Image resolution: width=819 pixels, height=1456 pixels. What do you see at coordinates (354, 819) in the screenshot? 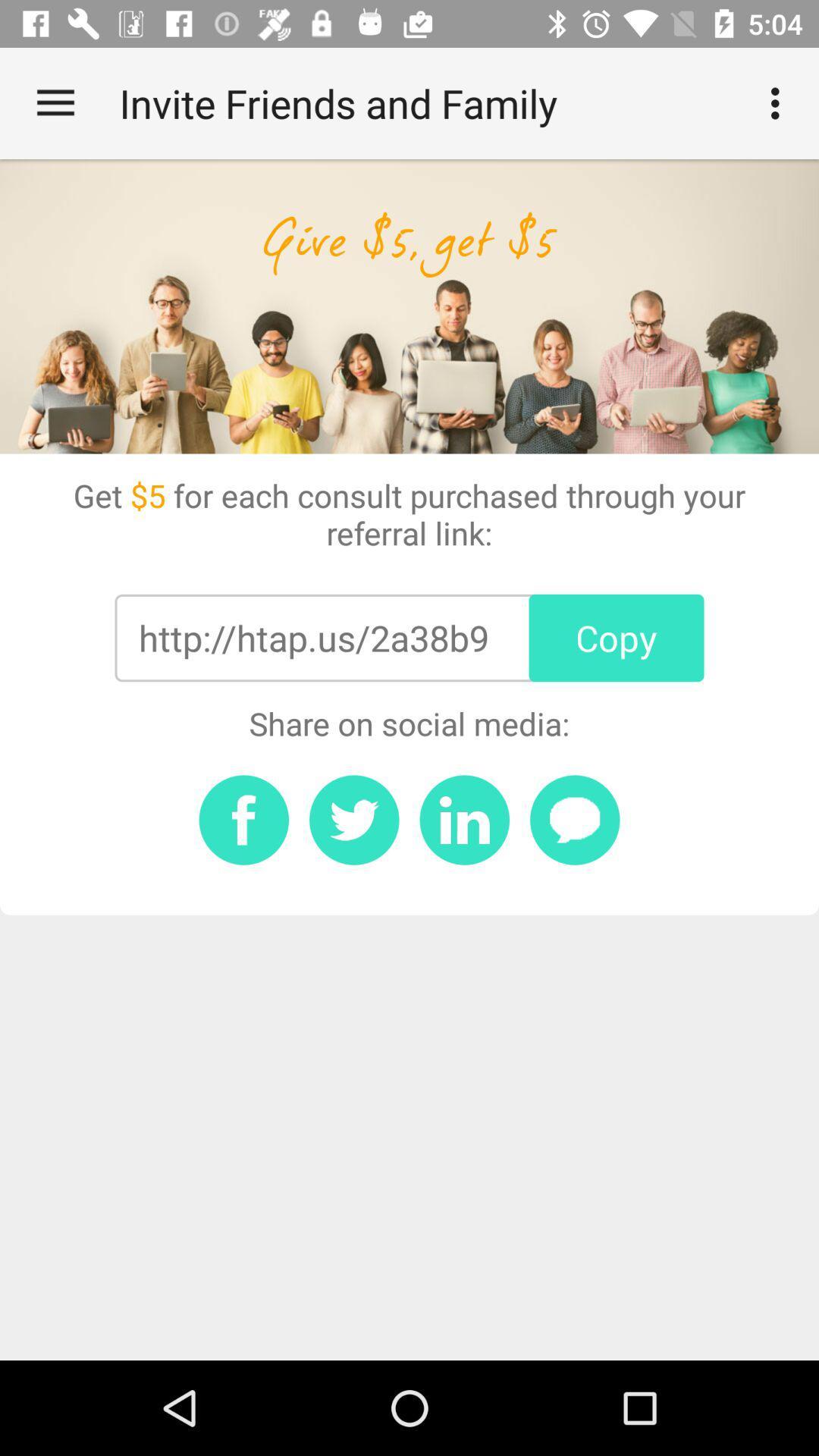
I see `the twitter icon` at bounding box center [354, 819].